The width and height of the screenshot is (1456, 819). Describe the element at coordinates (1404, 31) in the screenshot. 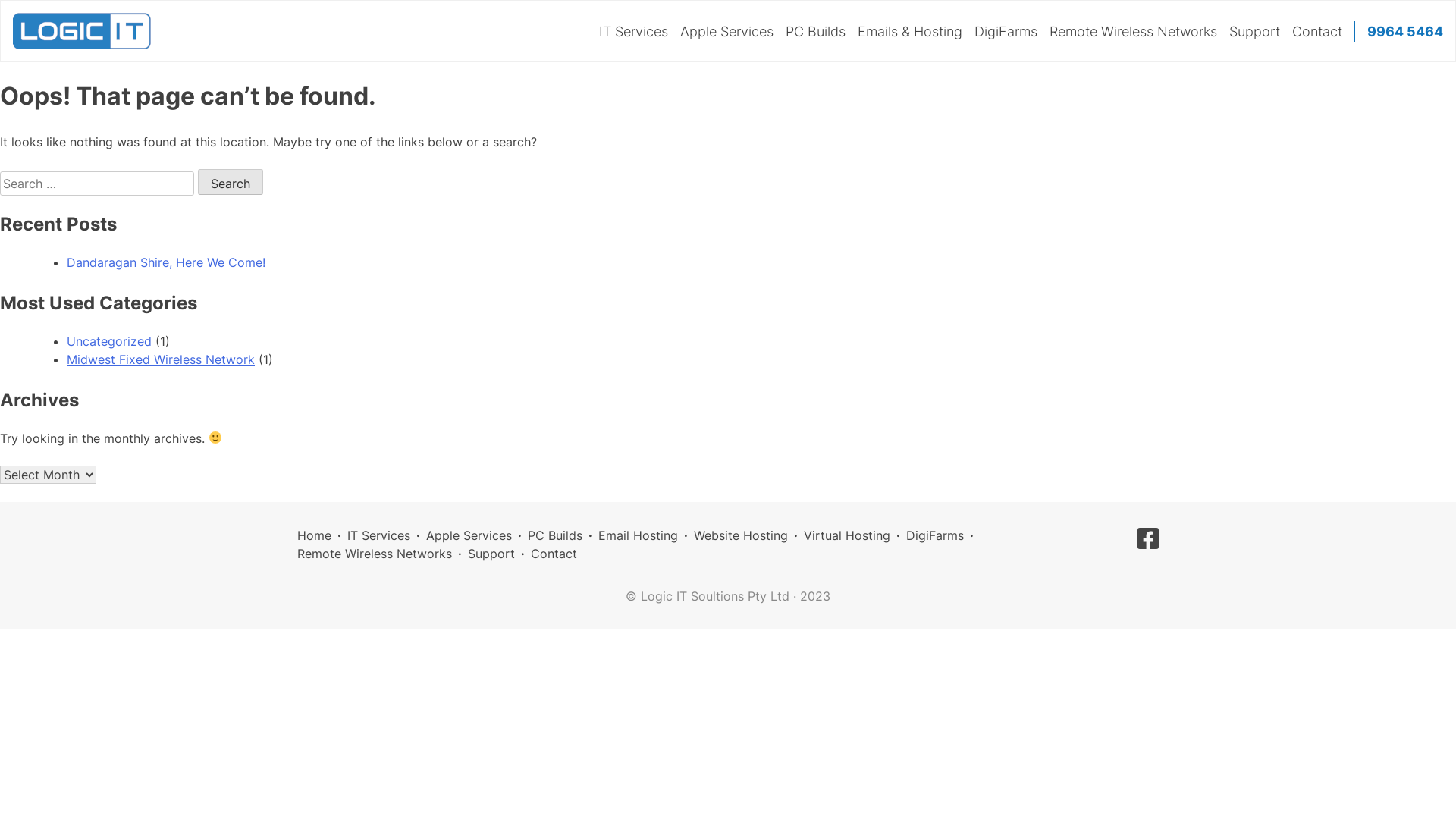

I see `'9964 5464'` at that location.